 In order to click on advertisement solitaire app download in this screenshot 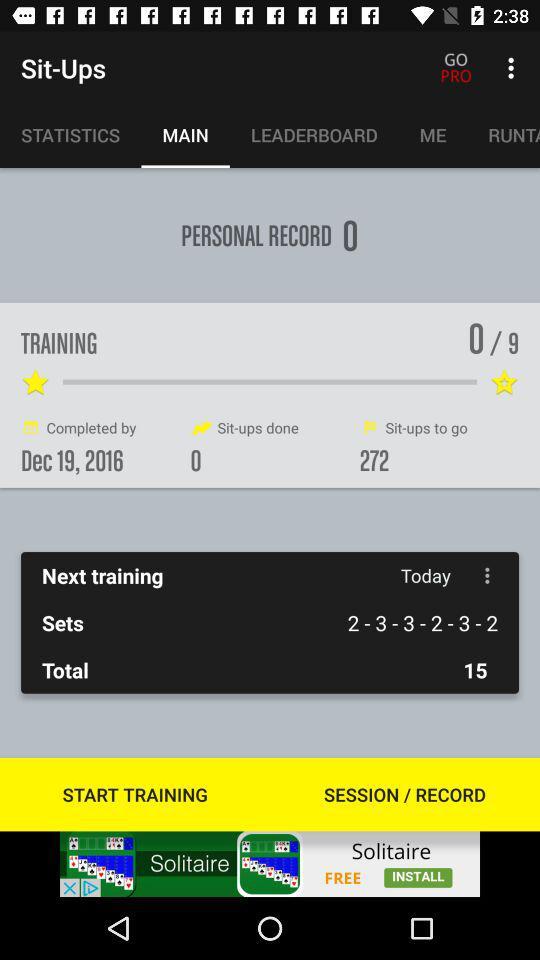, I will do `click(270, 863)`.